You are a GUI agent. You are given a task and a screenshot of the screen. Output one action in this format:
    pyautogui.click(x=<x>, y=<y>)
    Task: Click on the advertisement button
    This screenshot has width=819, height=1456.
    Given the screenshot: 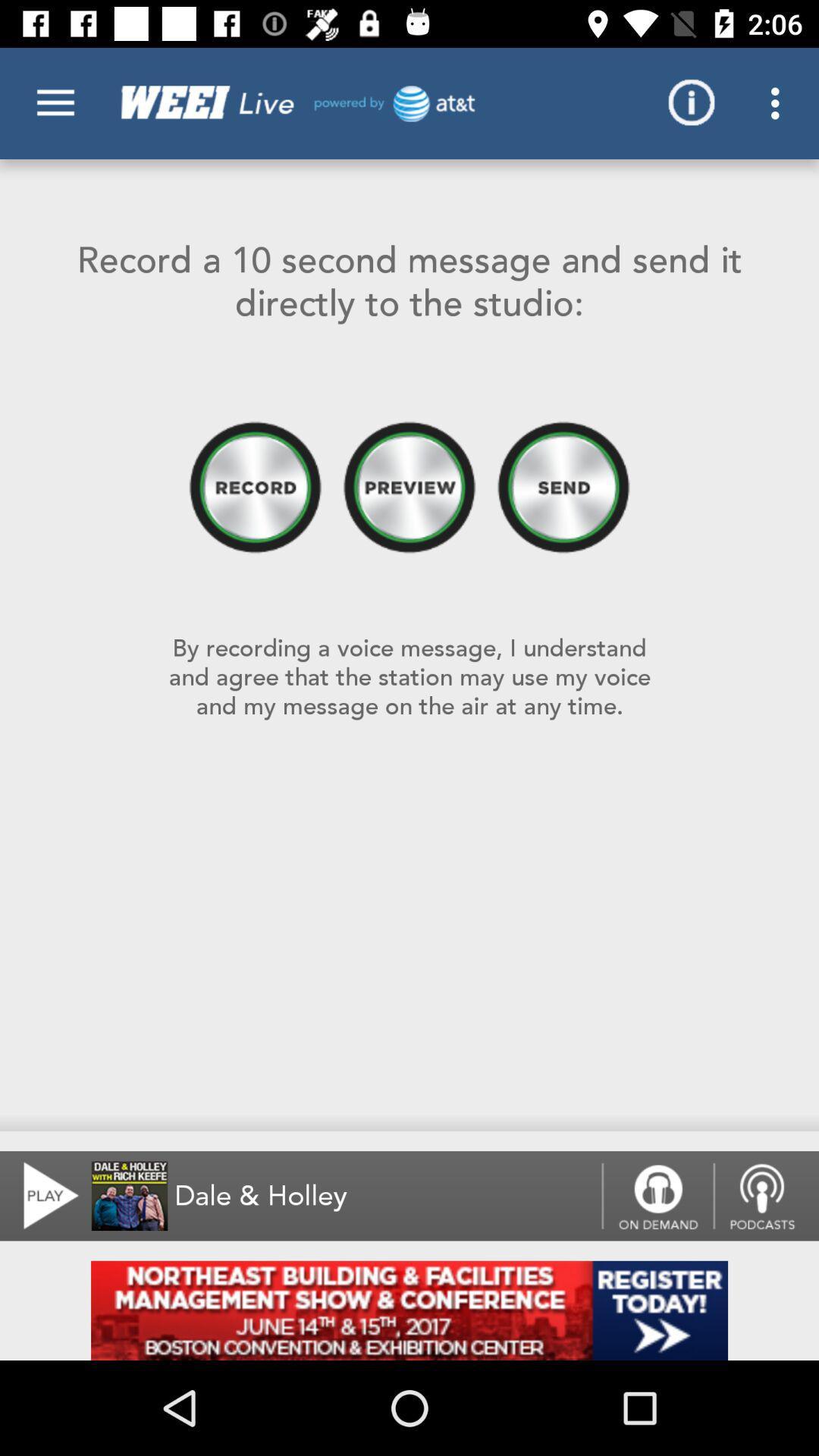 What is the action you would take?
    pyautogui.click(x=409, y=1310)
    